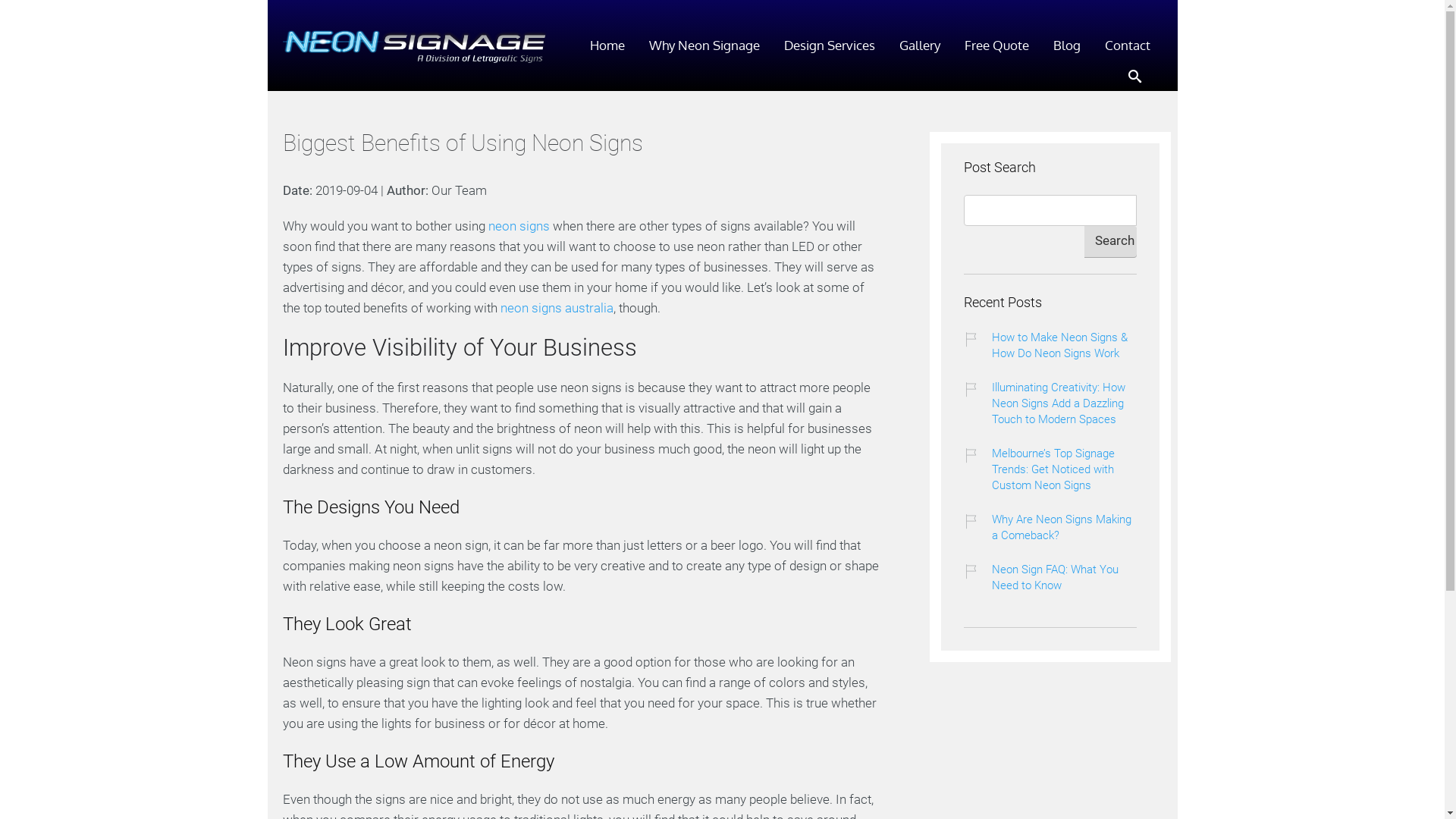  What do you see at coordinates (829, 45) in the screenshot?
I see `'Design Services'` at bounding box center [829, 45].